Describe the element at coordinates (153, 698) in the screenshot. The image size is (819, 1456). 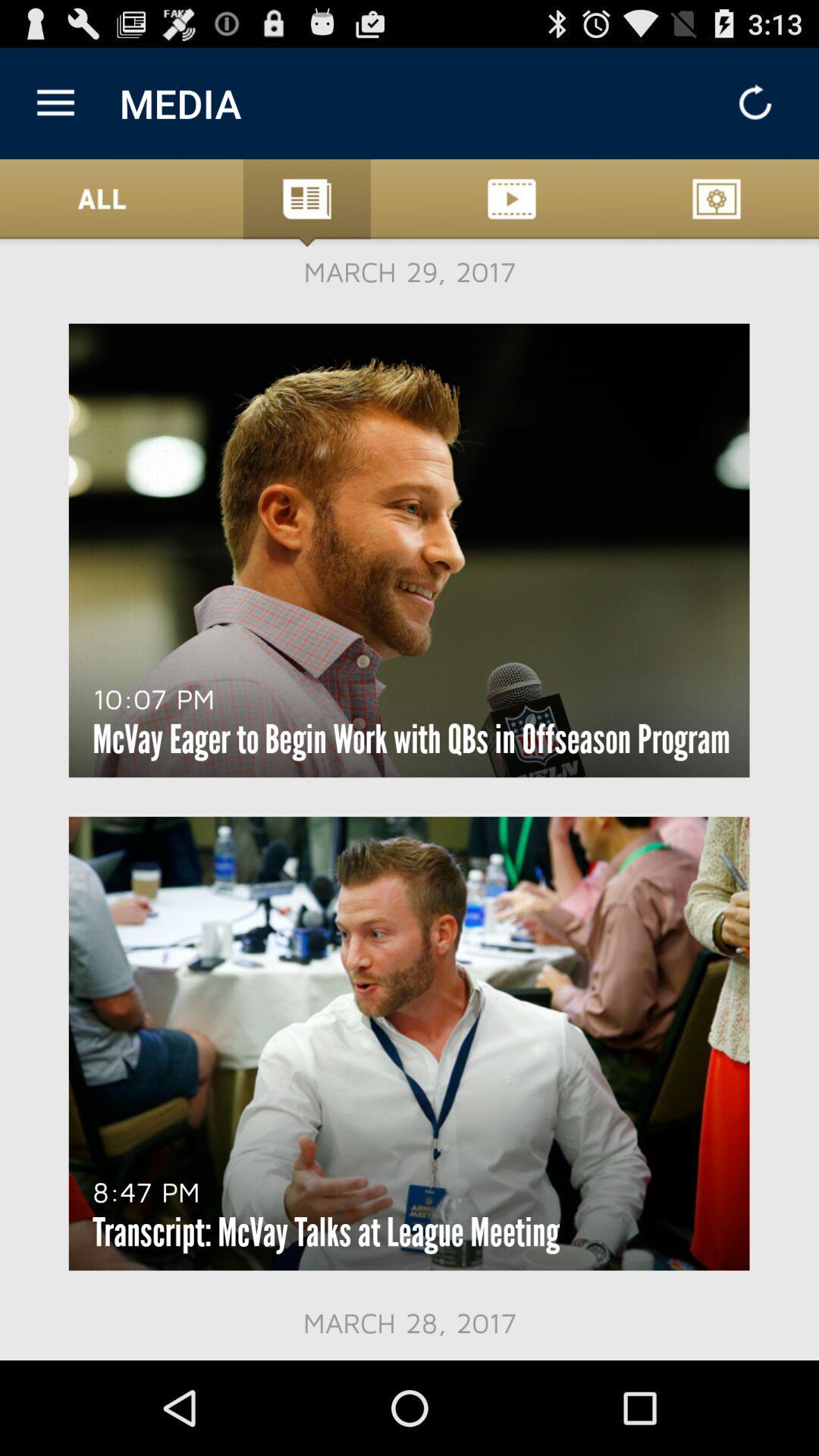
I see `the icon on the left` at that location.